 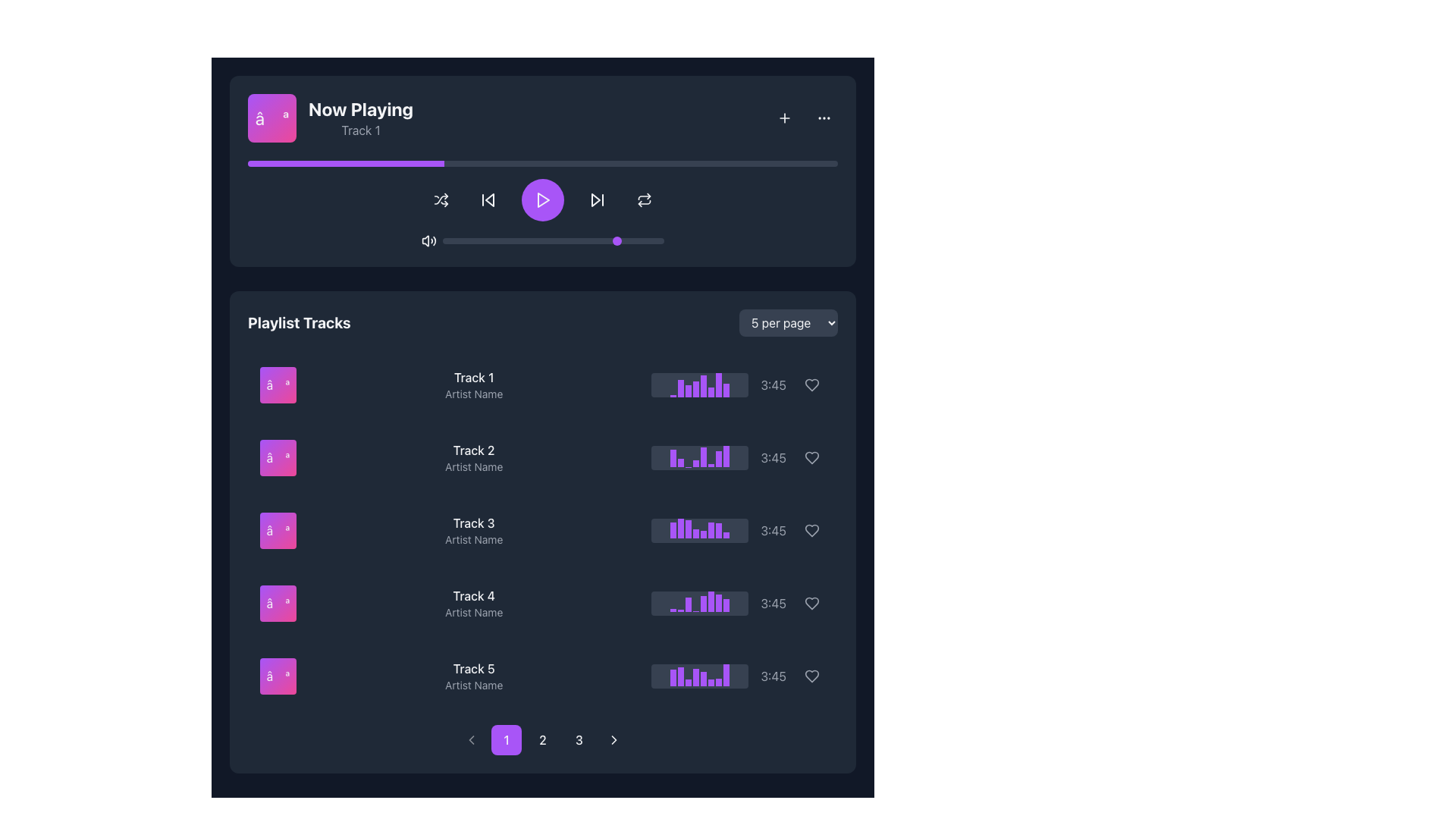 I want to click on the purple vertical bar of the bar chart located in the 'Track 5' row to interpret data, so click(x=673, y=677).